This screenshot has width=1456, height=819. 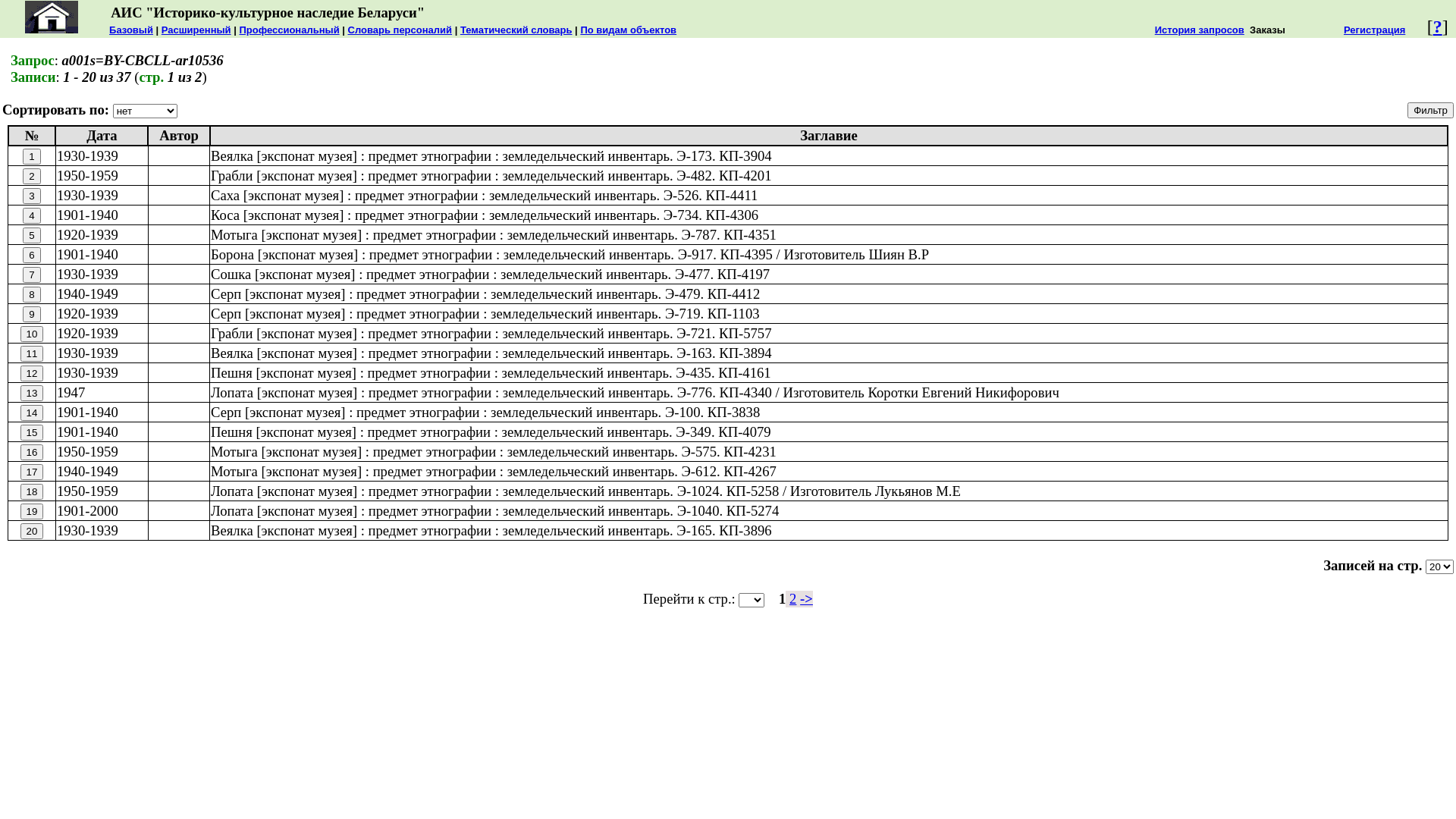 I want to click on '7', so click(x=31, y=275).